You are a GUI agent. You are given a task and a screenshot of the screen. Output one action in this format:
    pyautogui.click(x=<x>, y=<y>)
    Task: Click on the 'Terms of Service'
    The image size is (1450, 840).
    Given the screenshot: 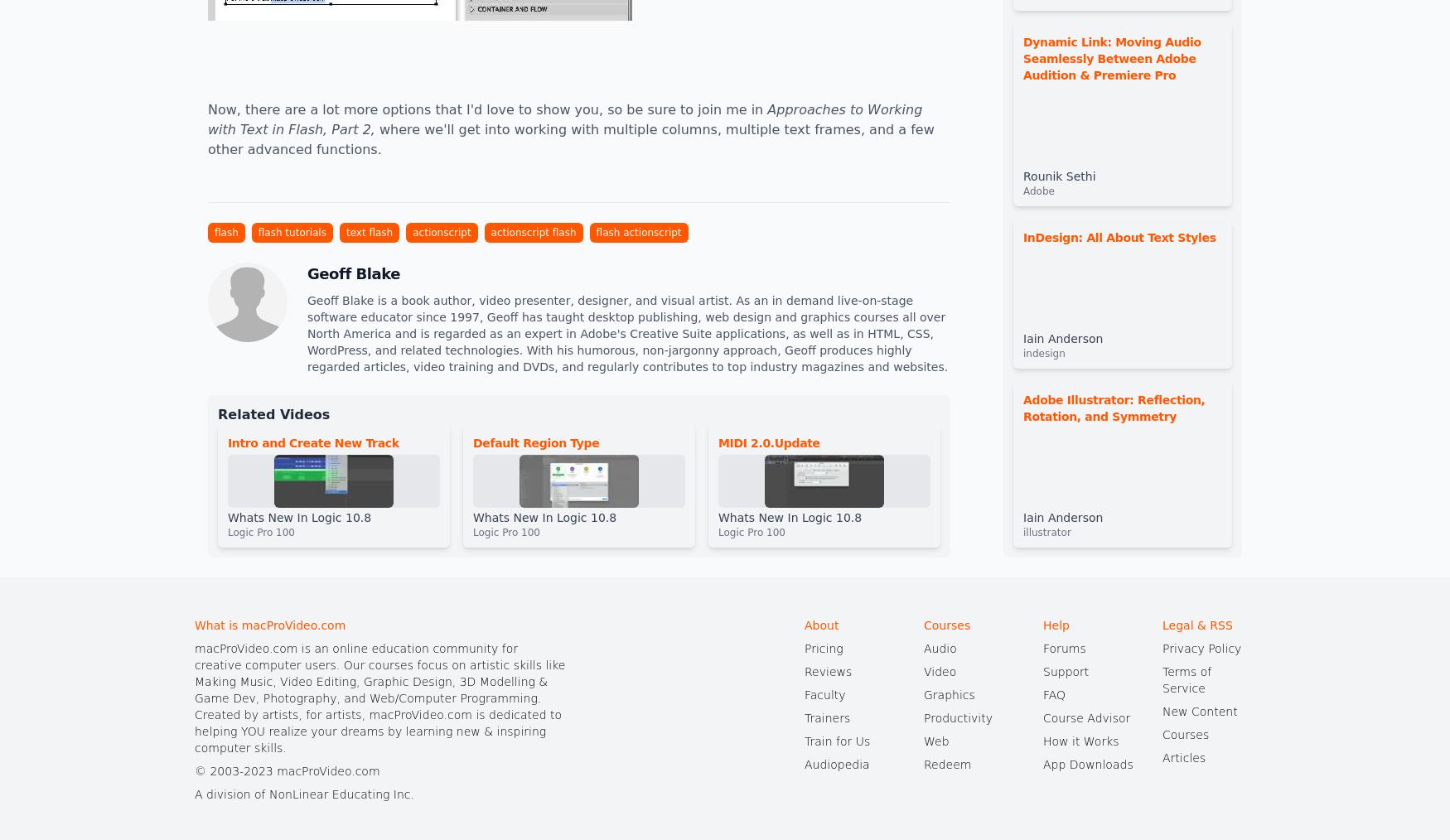 What is the action you would take?
    pyautogui.click(x=1186, y=680)
    